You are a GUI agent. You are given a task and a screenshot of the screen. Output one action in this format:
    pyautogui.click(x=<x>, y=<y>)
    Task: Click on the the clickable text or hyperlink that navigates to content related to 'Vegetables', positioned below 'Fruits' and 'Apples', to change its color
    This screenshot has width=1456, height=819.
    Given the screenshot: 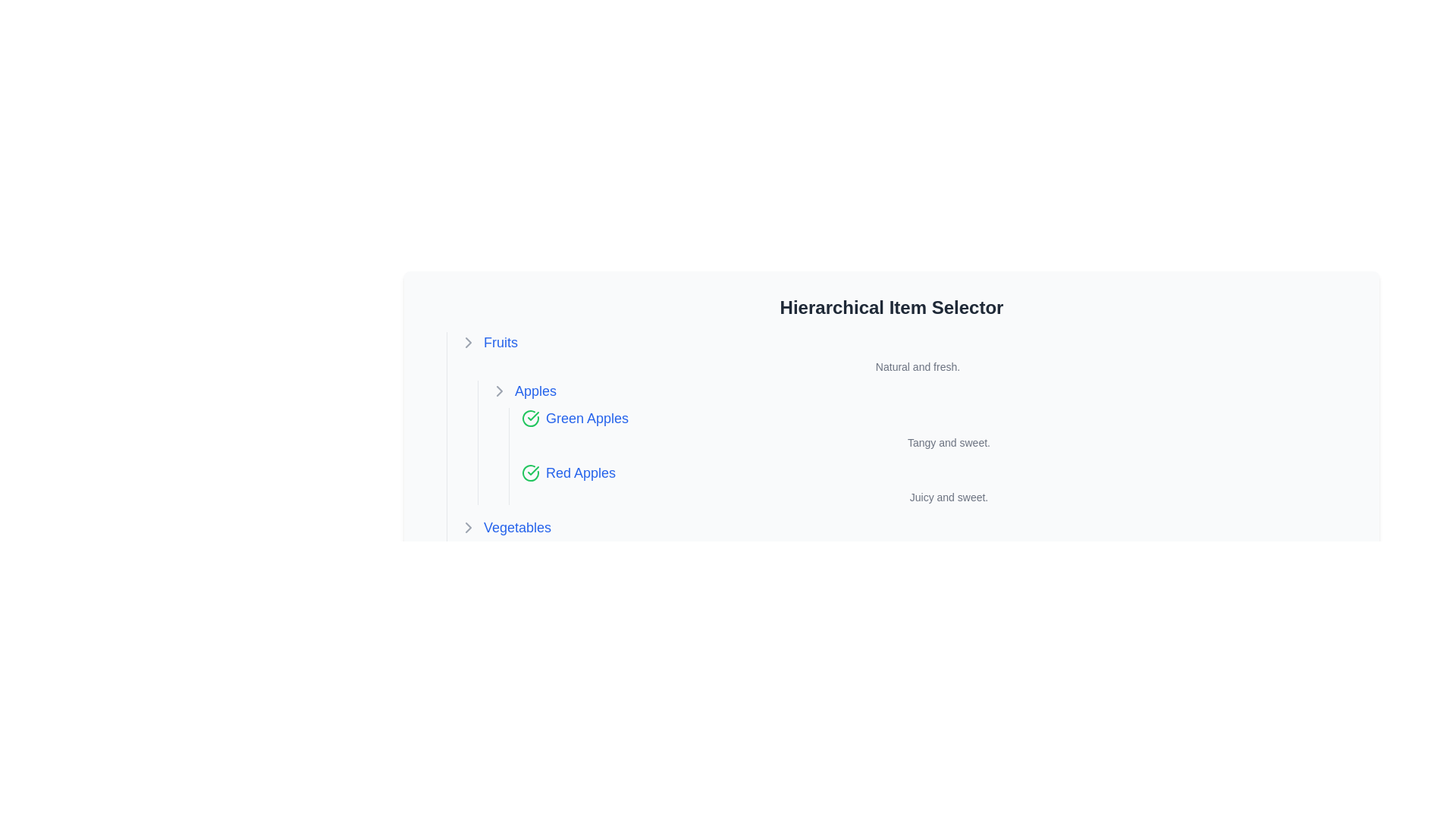 What is the action you would take?
    pyautogui.click(x=517, y=526)
    